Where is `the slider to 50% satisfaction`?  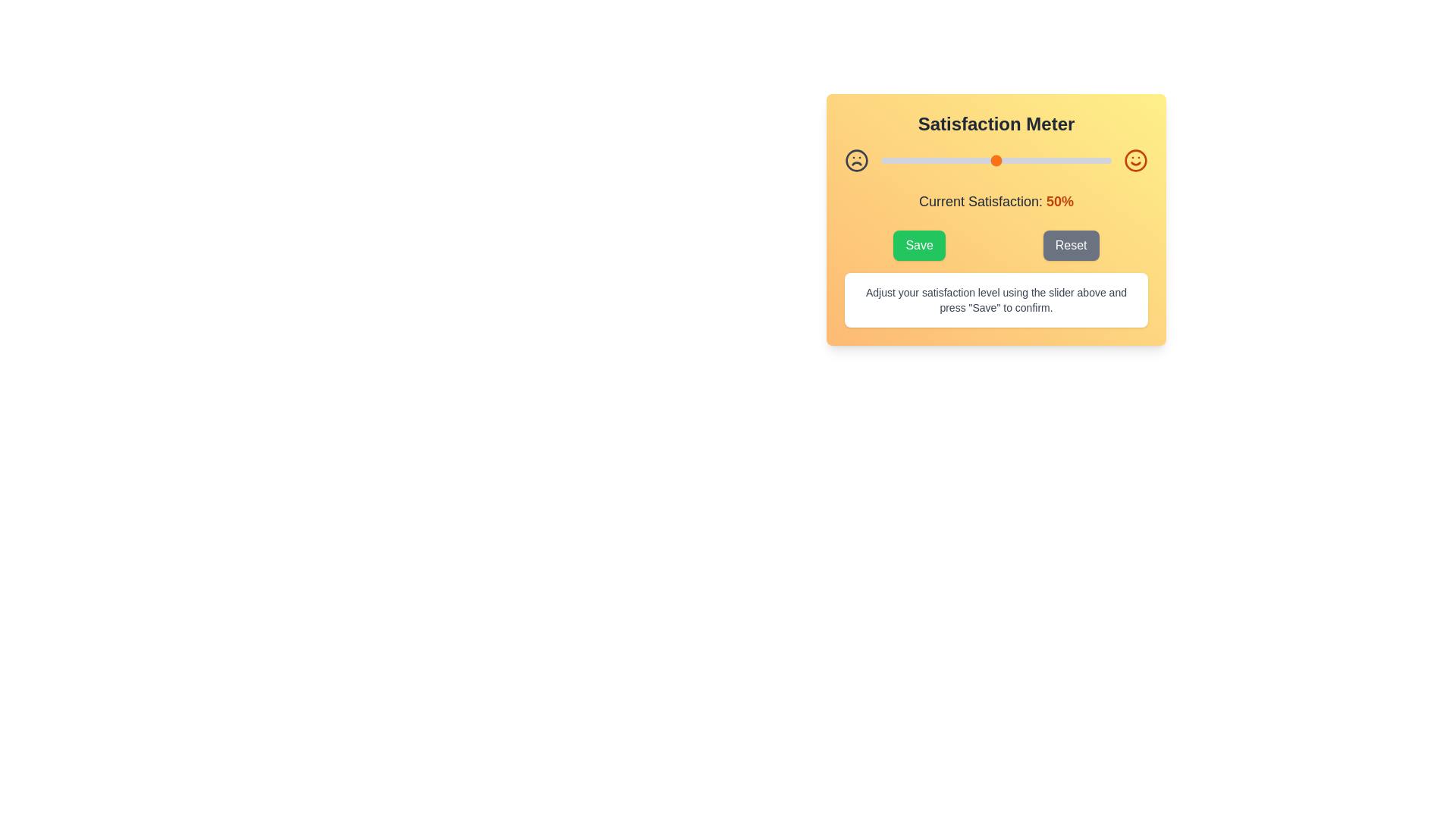 the slider to 50% satisfaction is located at coordinates (996, 161).